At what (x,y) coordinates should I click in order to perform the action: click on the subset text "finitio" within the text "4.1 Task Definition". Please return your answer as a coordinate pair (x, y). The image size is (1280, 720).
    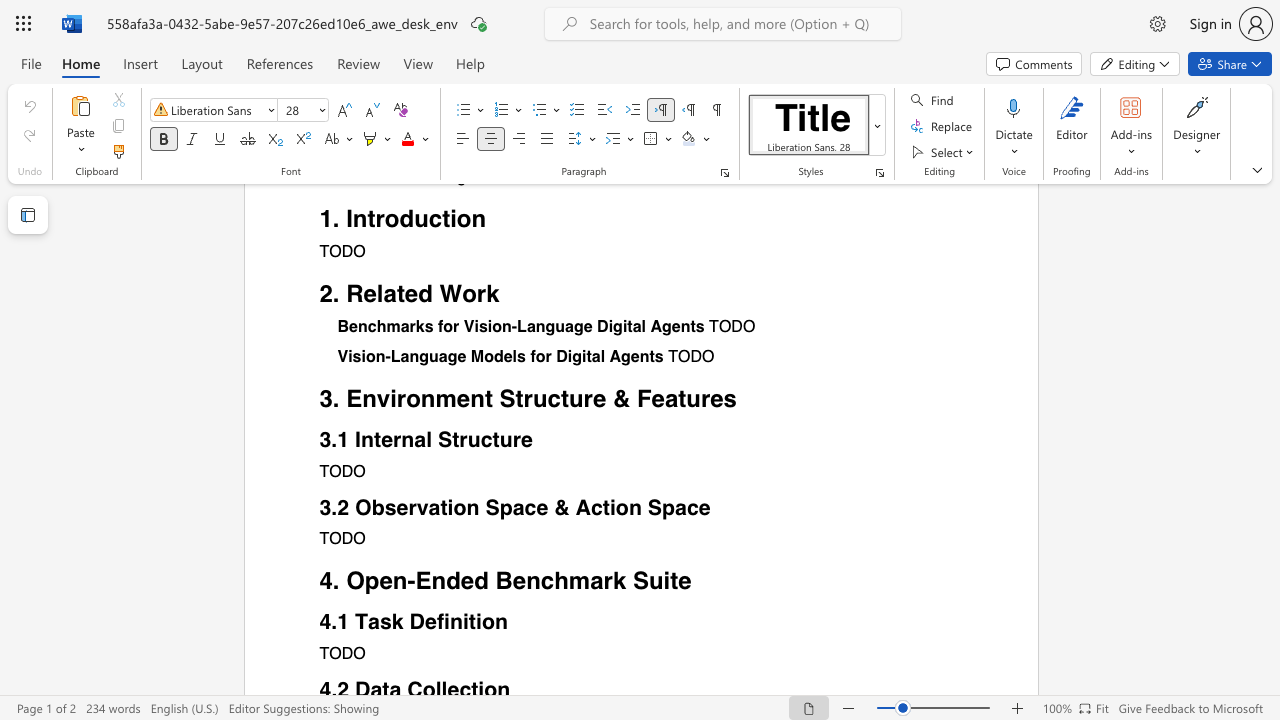
    Looking at the image, I should click on (435, 620).